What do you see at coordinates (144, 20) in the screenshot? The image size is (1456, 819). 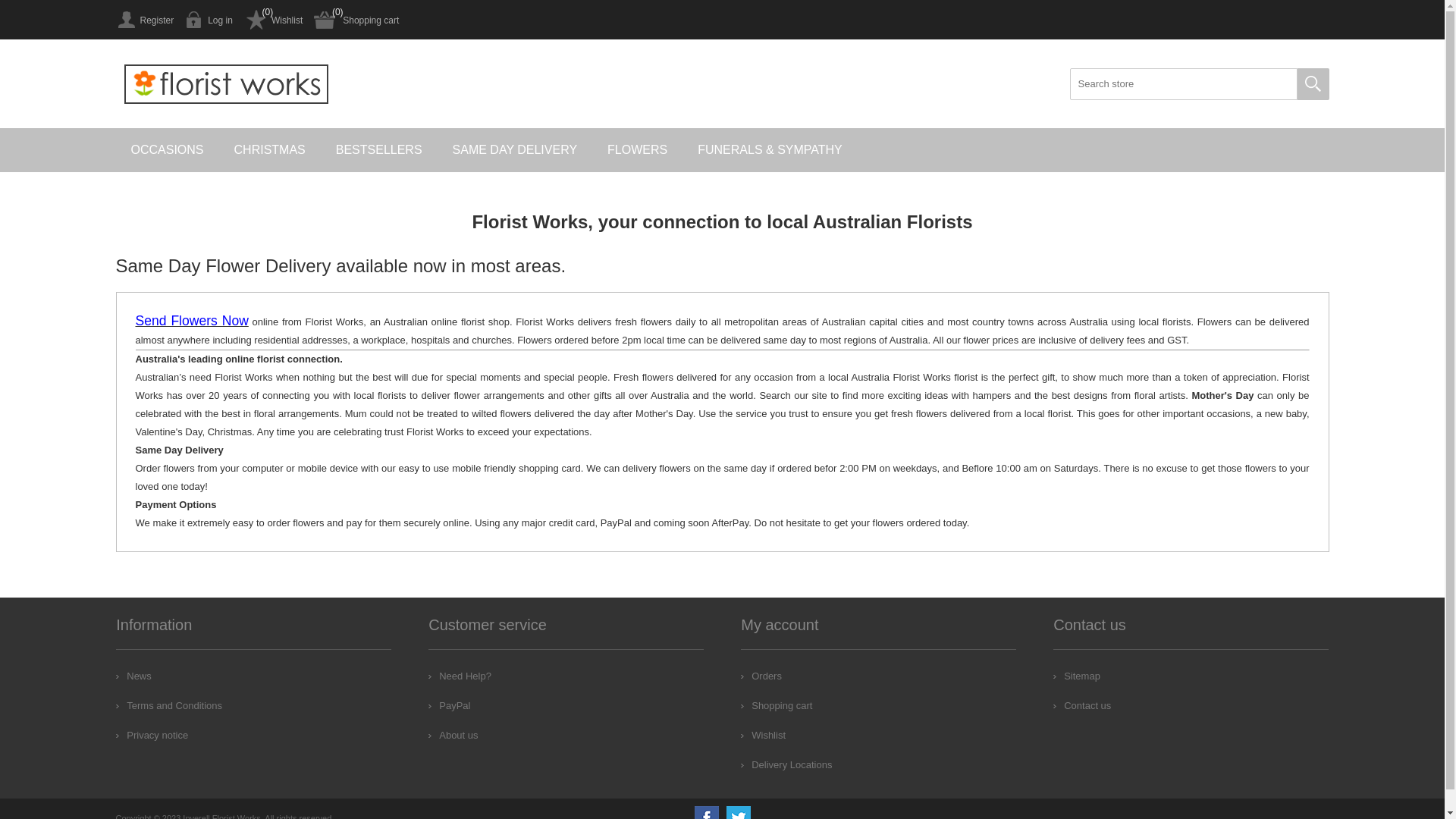 I see `'Register'` at bounding box center [144, 20].